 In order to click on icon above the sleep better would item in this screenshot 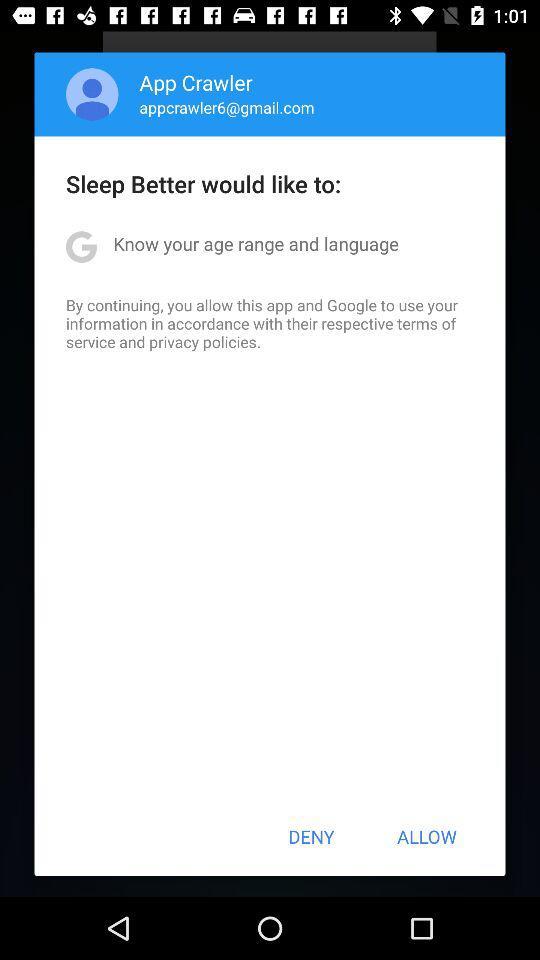, I will do `click(91, 94)`.